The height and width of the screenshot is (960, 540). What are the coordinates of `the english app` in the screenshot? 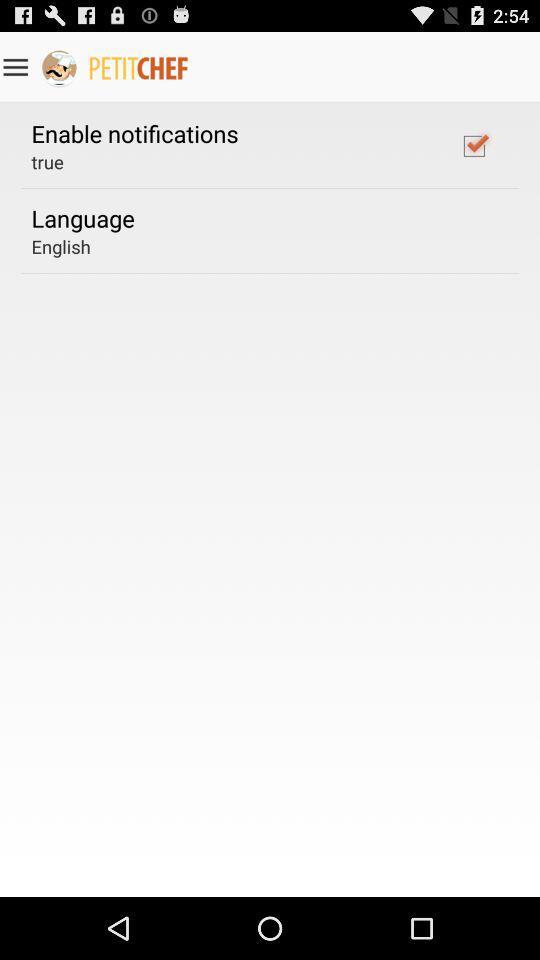 It's located at (61, 245).